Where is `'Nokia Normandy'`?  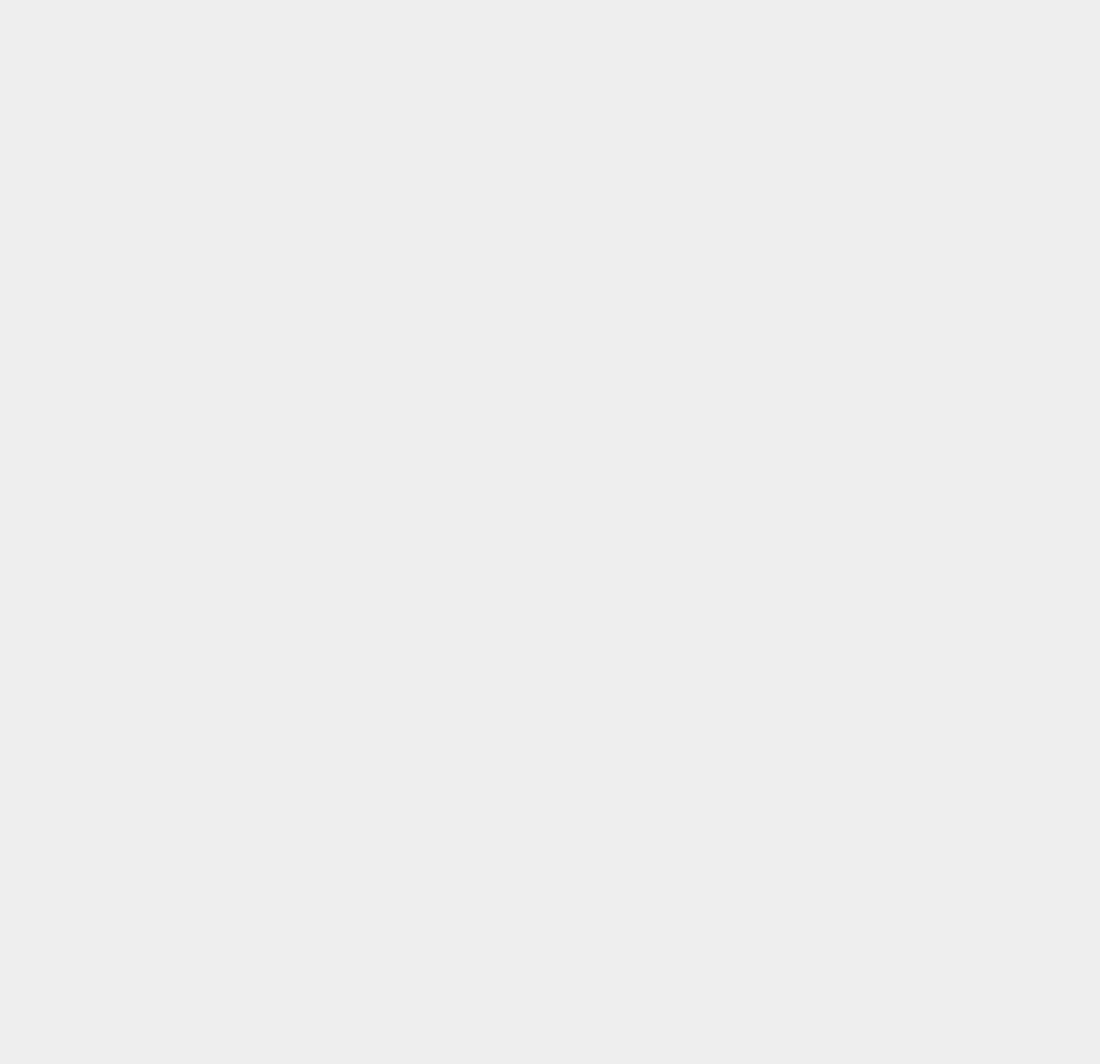
'Nokia Normandy' is located at coordinates (778, 401).